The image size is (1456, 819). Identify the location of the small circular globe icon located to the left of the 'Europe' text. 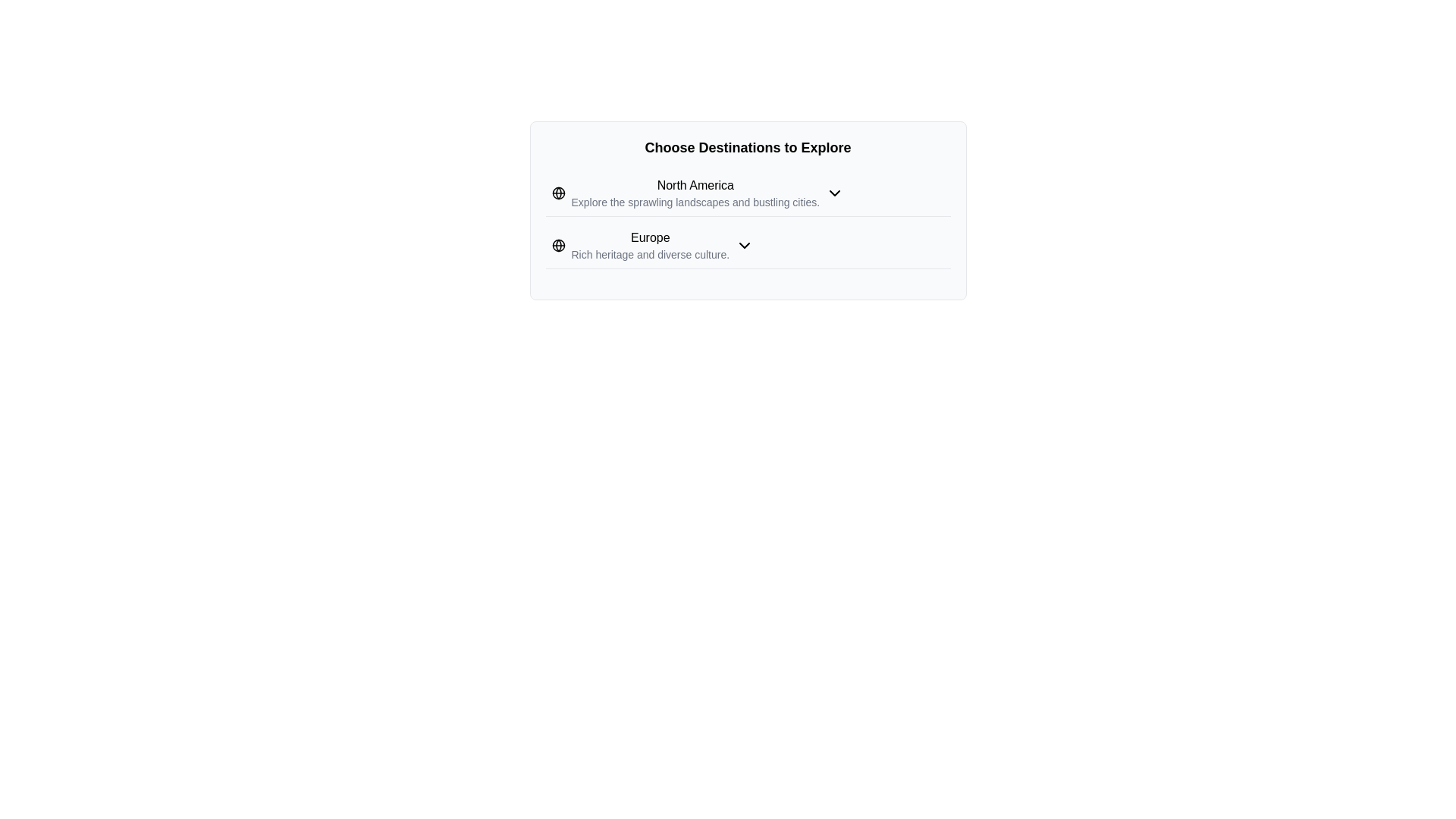
(557, 245).